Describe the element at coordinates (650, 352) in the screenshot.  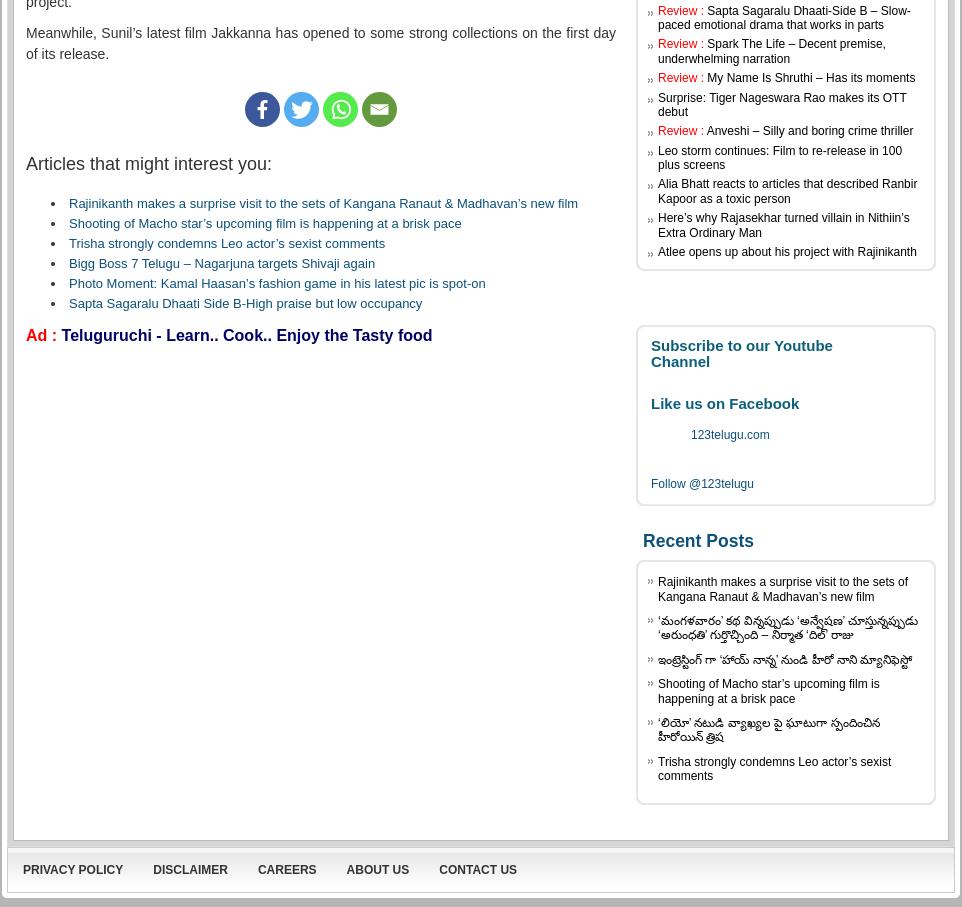
I see `'Subscribe to our Youtube Channel'` at that location.